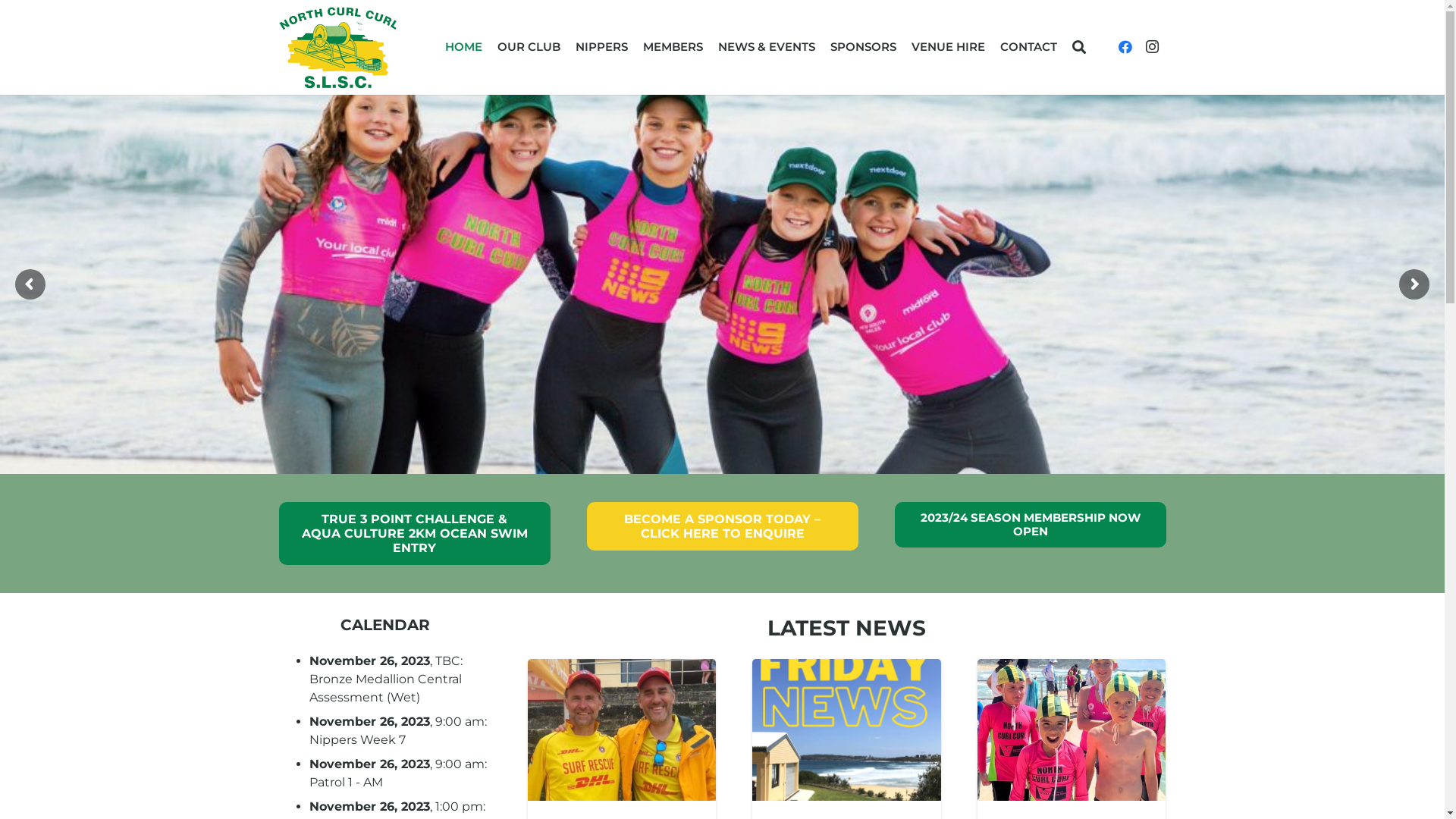  I want to click on 'OUR CLUB', so click(529, 45).